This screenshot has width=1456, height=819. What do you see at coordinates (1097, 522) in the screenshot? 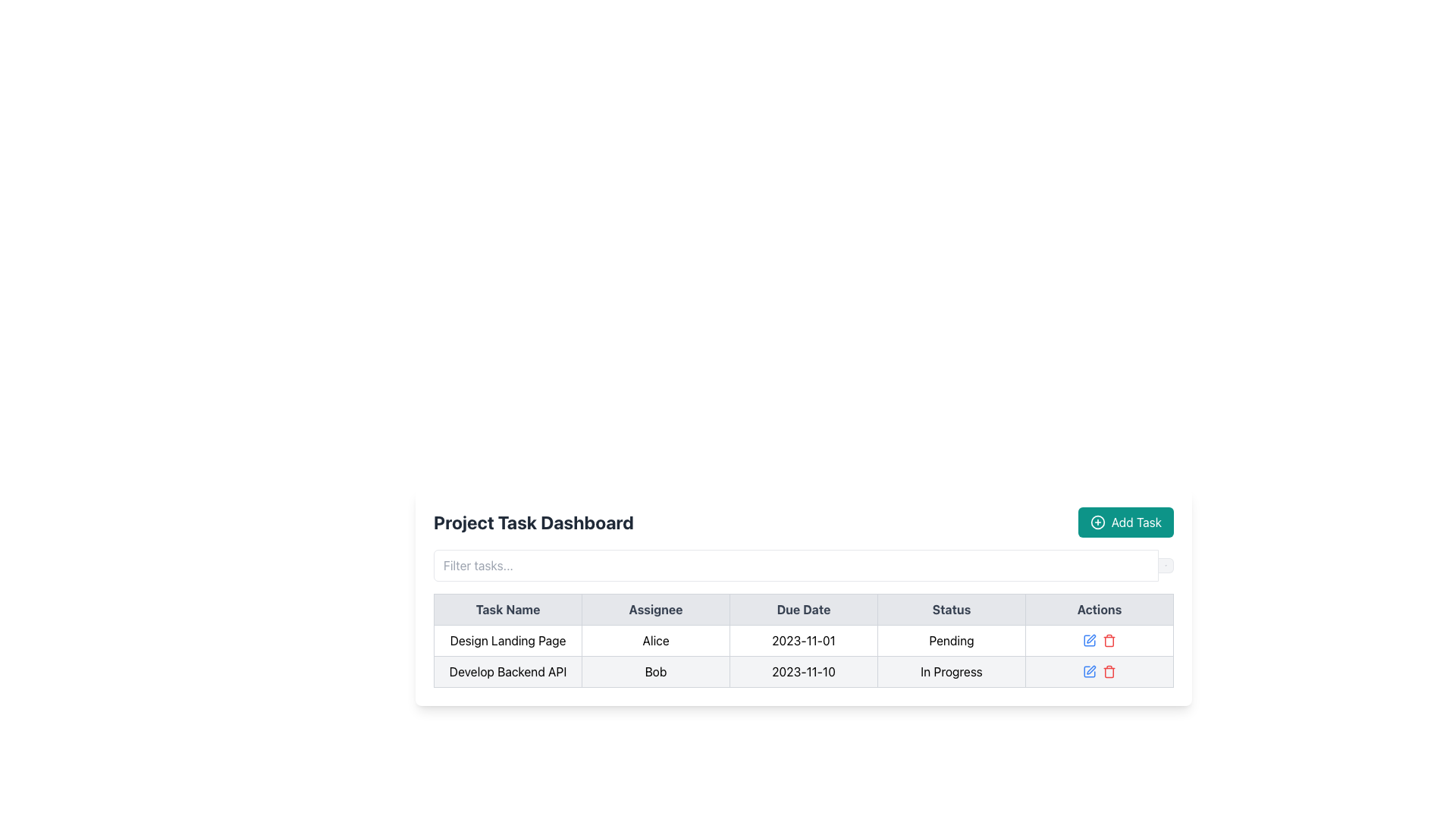
I see `the circular icon that is part of the 'Add Task' button located at the upper-right corner of the interface` at bounding box center [1097, 522].